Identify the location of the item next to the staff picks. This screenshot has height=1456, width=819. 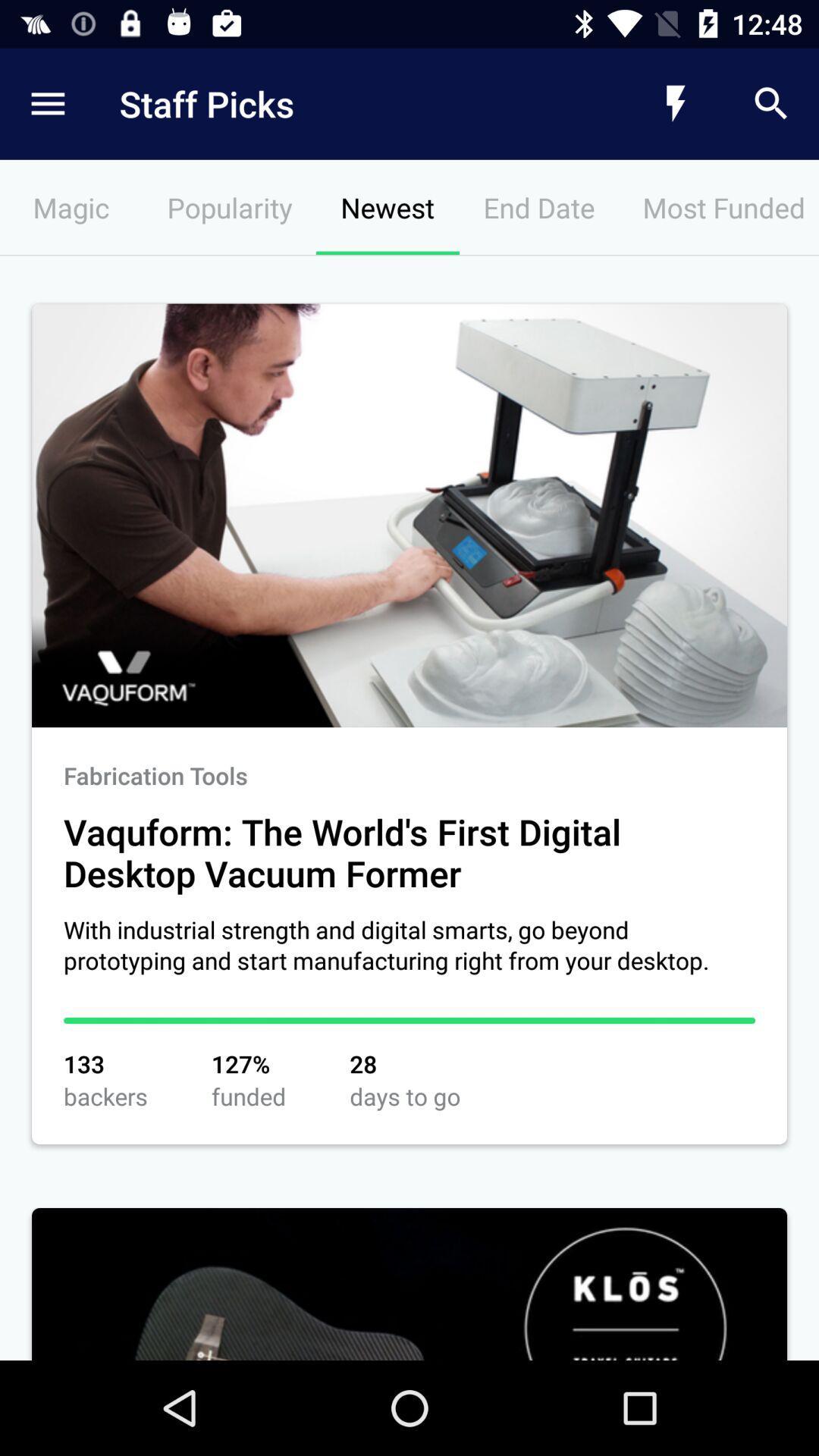
(675, 103).